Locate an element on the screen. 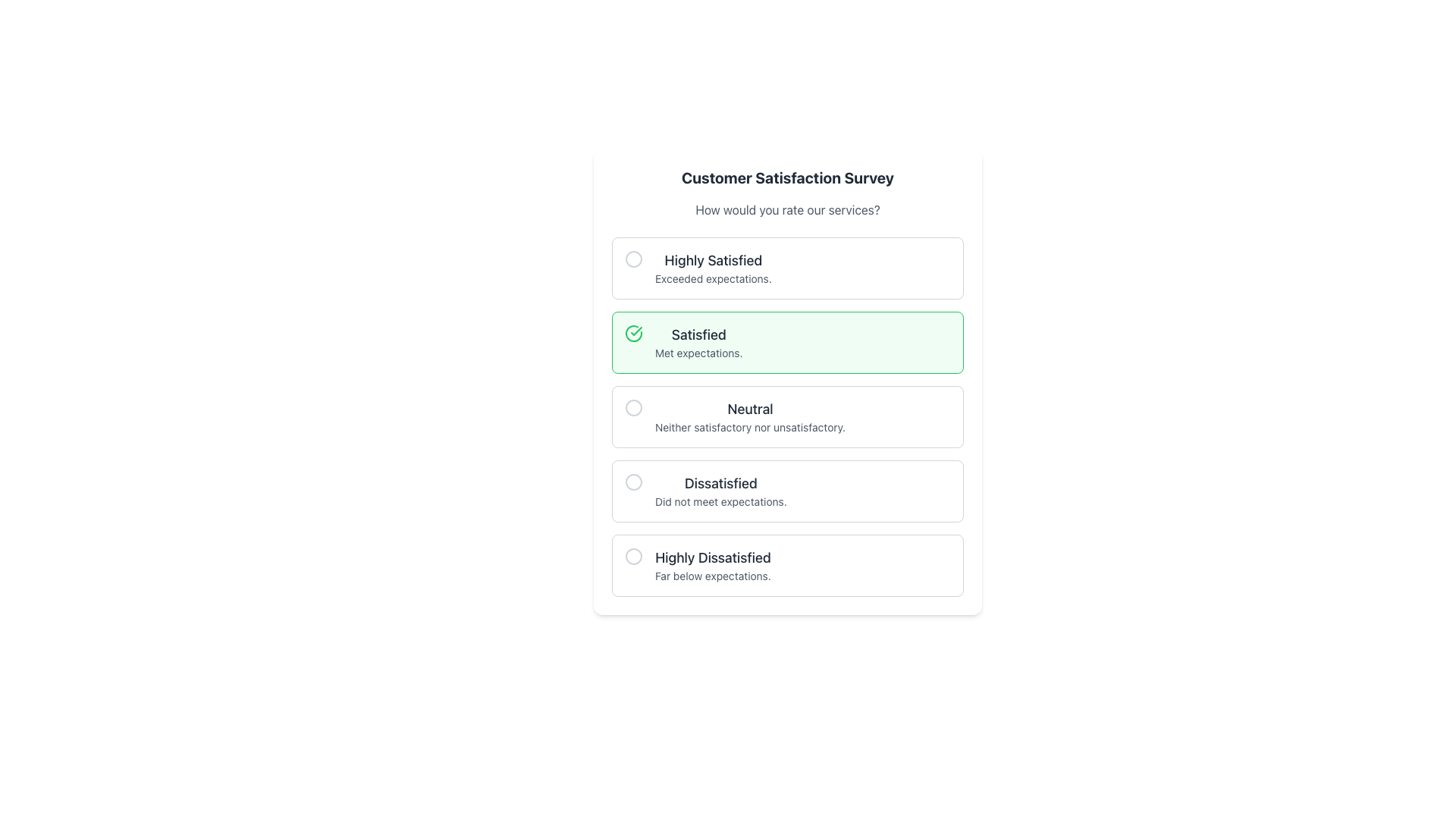 The height and width of the screenshot is (819, 1456). the circular selection indicator for the 'Highly Satisfied' option in the survey interface is located at coordinates (633, 259).